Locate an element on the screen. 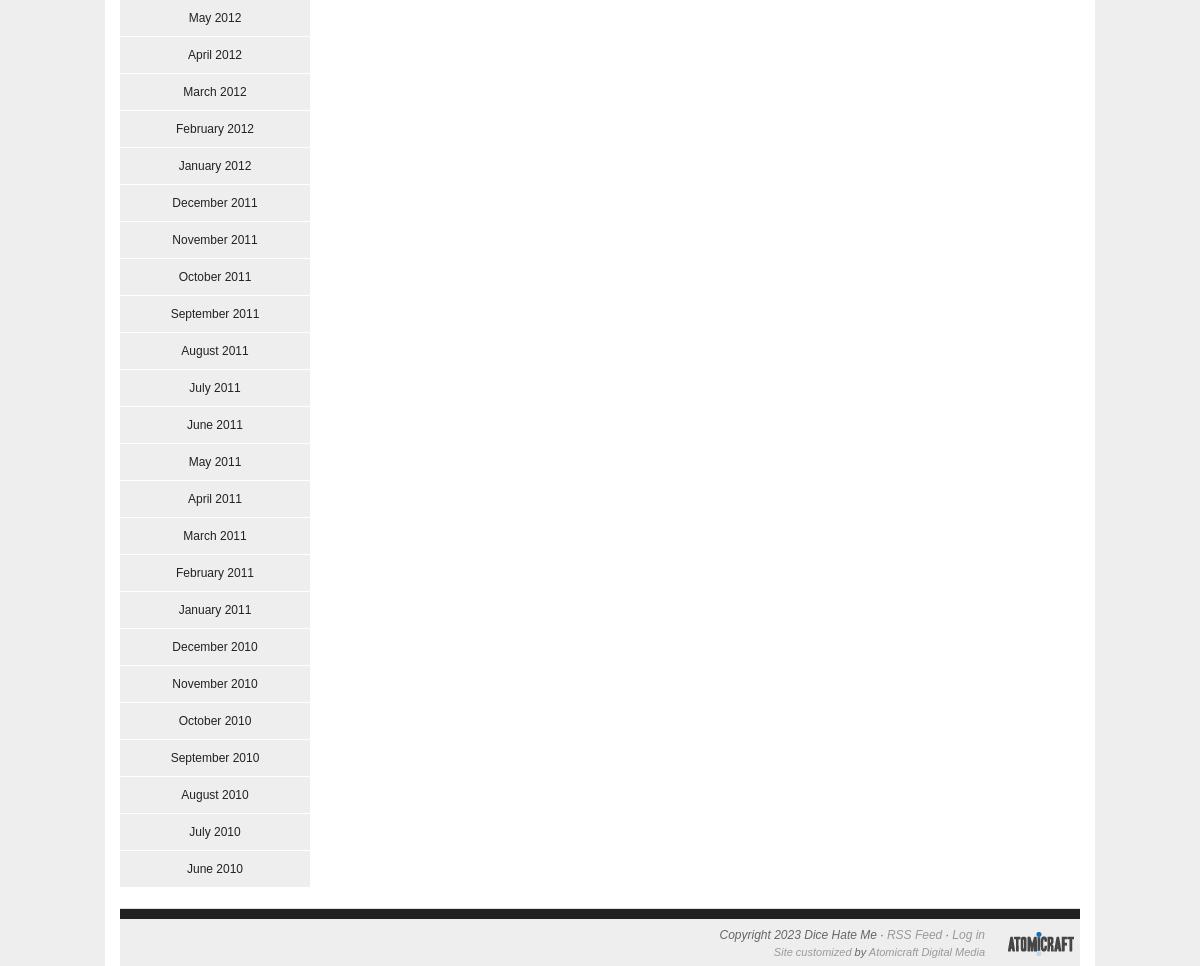 This screenshot has width=1200, height=966. 'January 2011' is located at coordinates (176, 610).